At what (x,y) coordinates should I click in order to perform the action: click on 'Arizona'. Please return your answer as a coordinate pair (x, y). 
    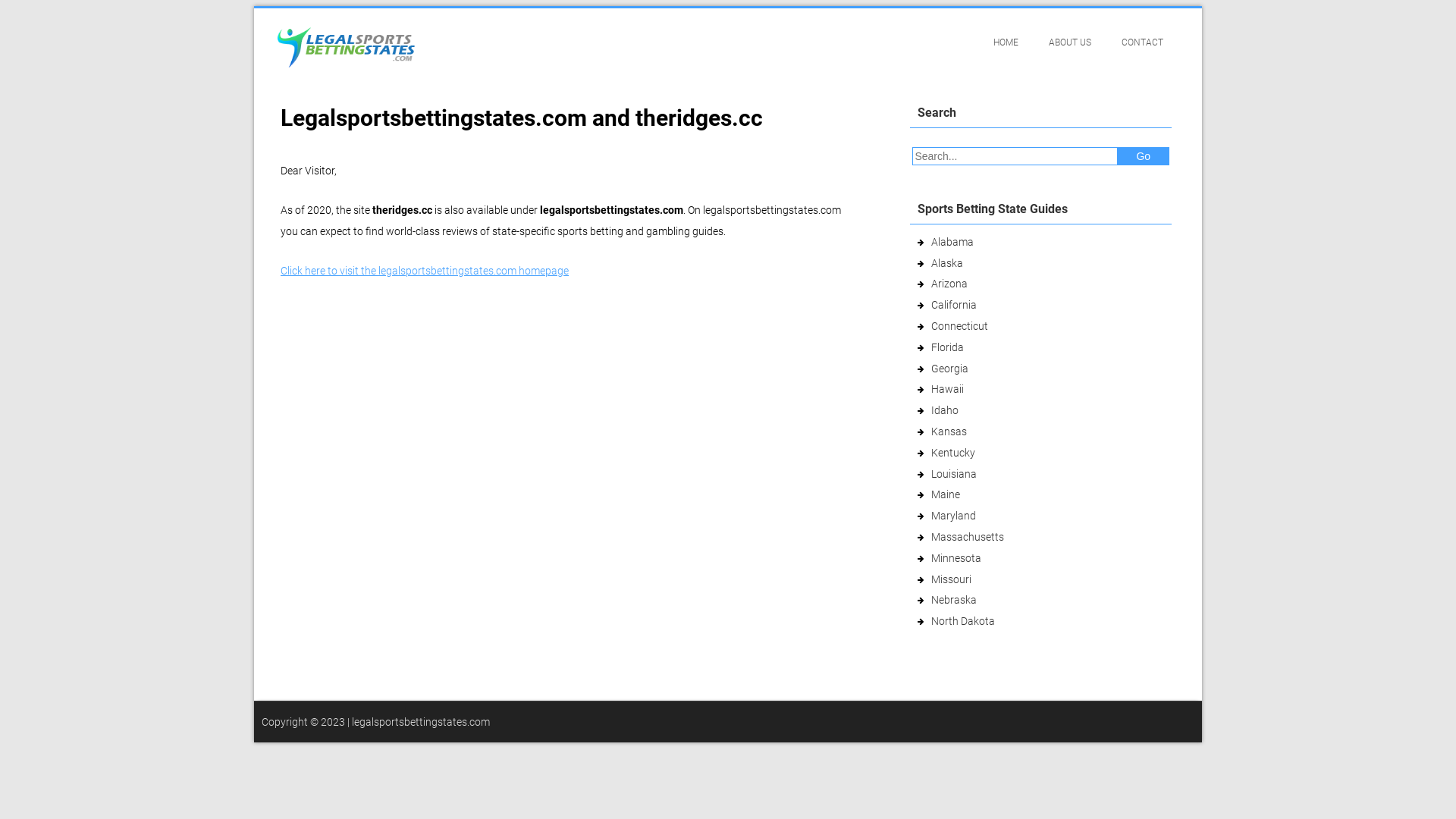
    Looking at the image, I should click on (930, 284).